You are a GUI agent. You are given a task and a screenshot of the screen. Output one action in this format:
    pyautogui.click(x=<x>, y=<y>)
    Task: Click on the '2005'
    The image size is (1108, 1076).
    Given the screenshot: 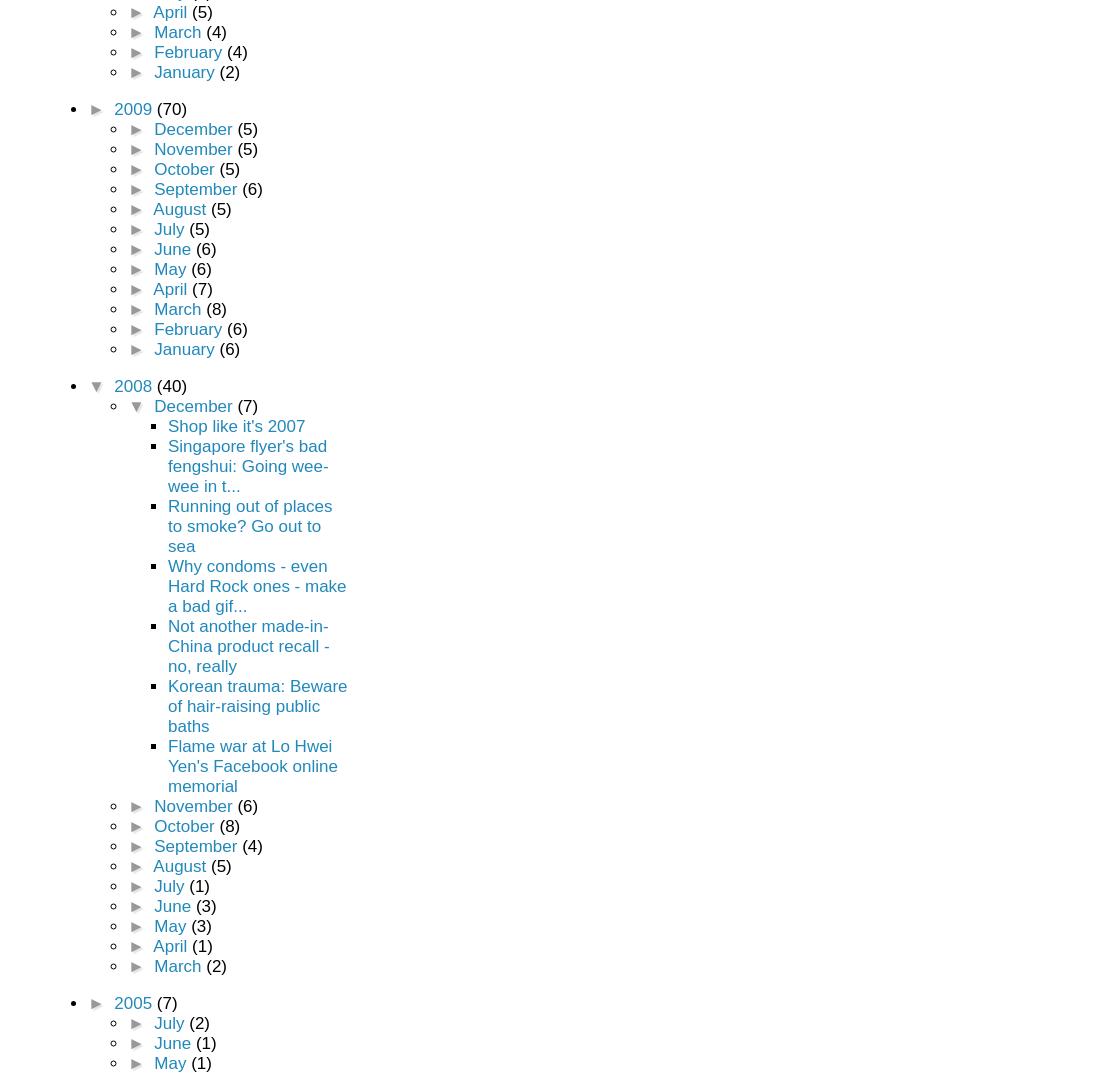 What is the action you would take?
    pyautogui.click(x=134, y=1002)
    